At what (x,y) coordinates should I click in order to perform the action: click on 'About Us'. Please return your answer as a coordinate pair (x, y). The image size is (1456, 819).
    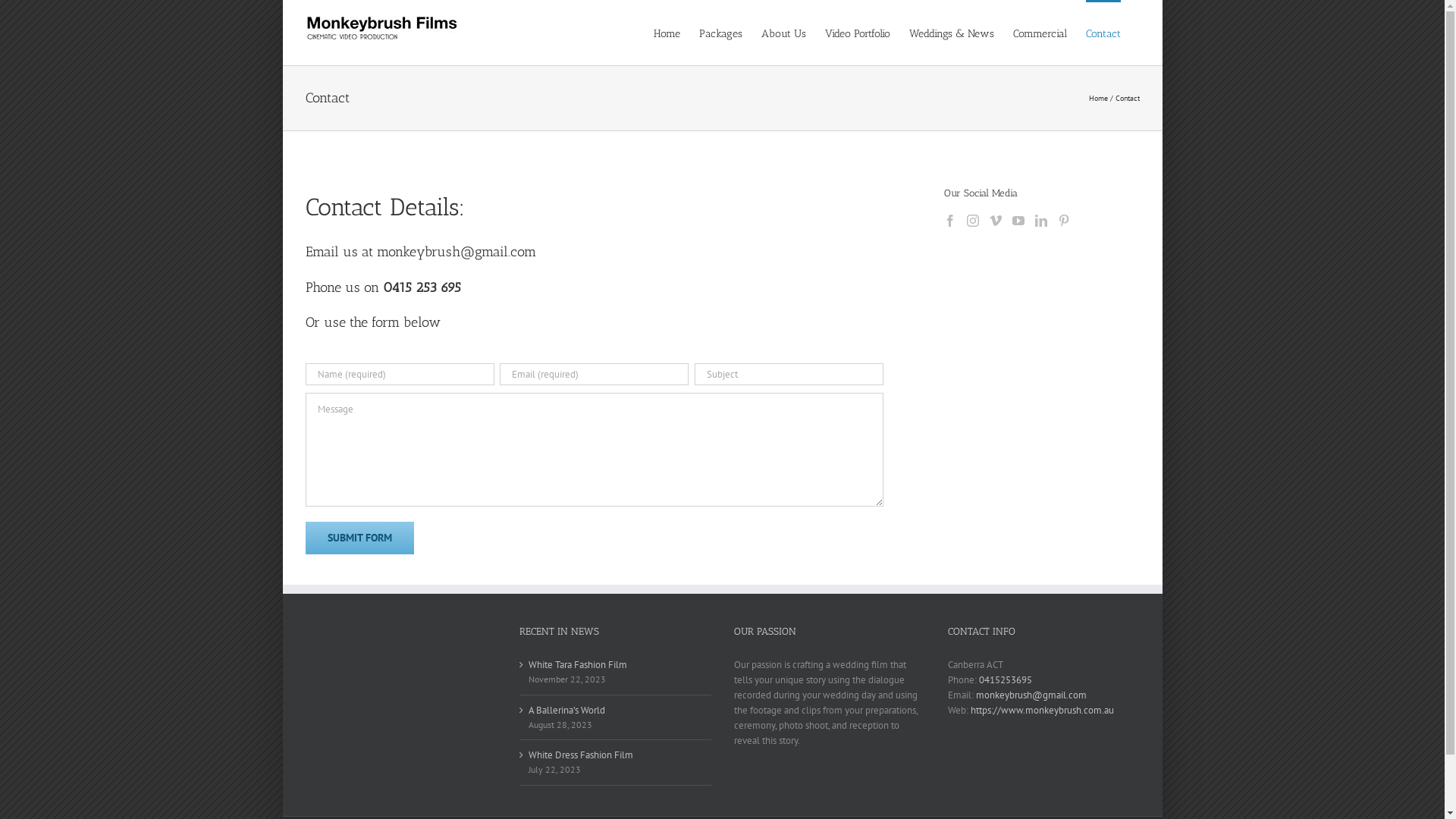
    Looking at the image, I should click on (783, 32).